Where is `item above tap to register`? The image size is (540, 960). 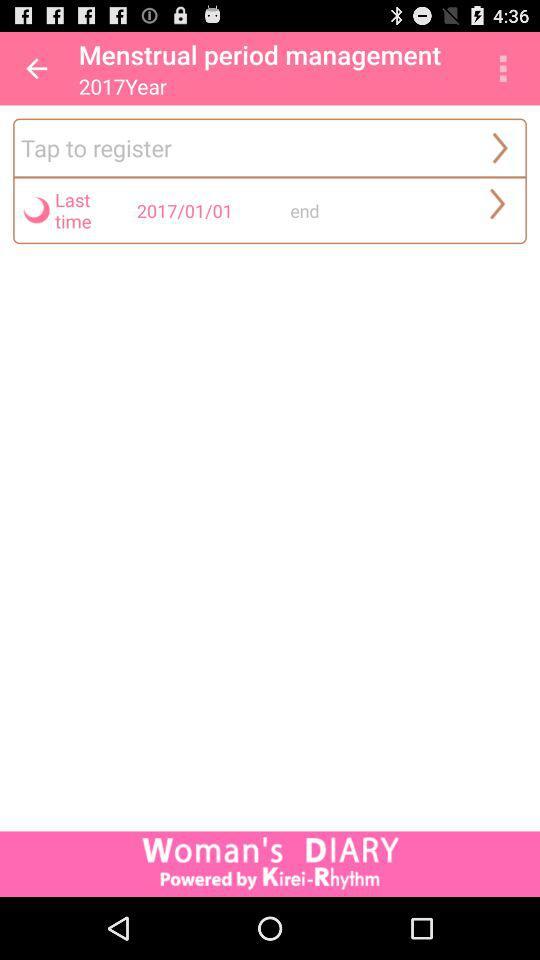
item above tap to register is located at coordinates (36, 68).